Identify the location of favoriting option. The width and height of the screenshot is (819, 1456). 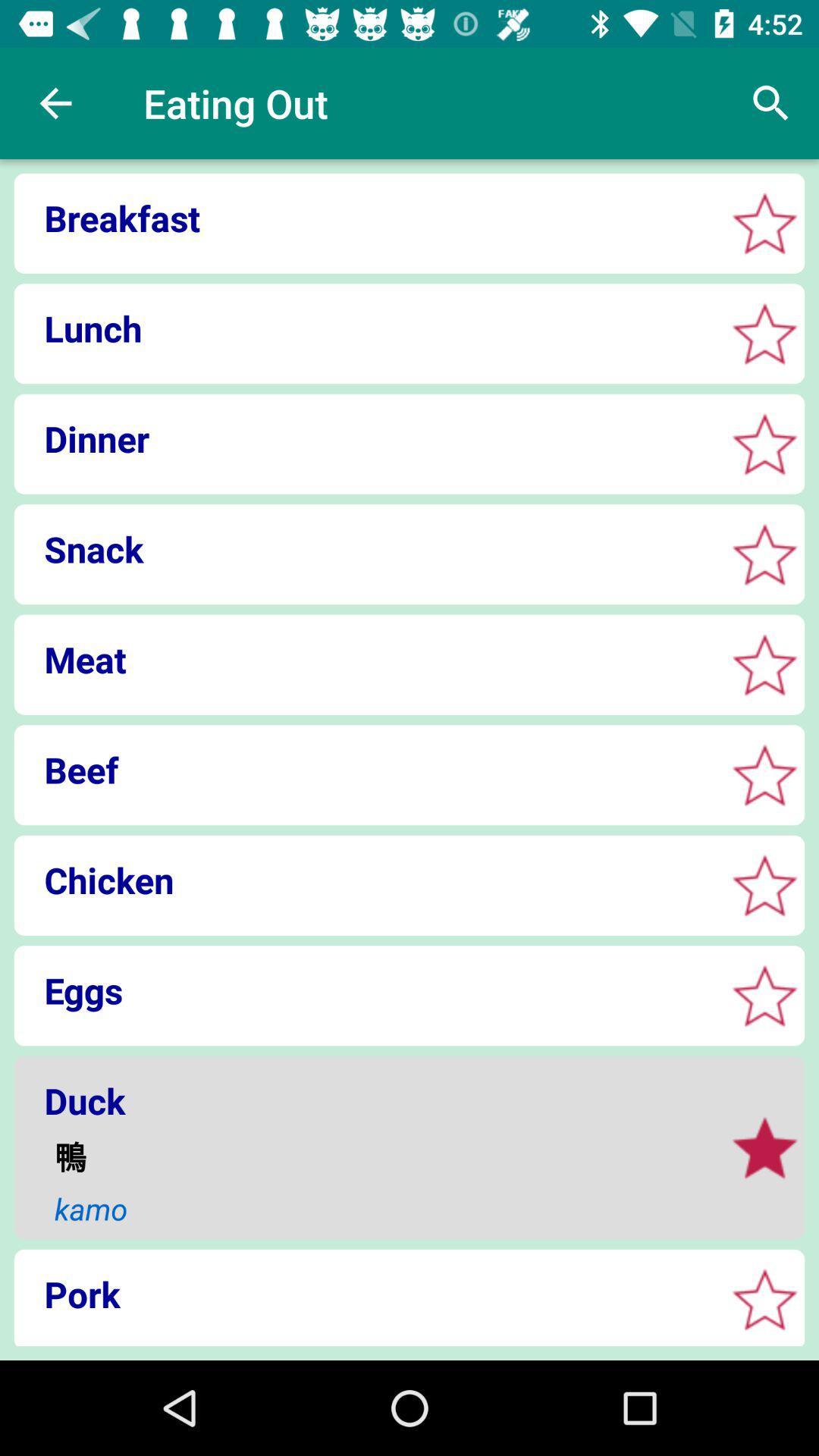
(764, 333).